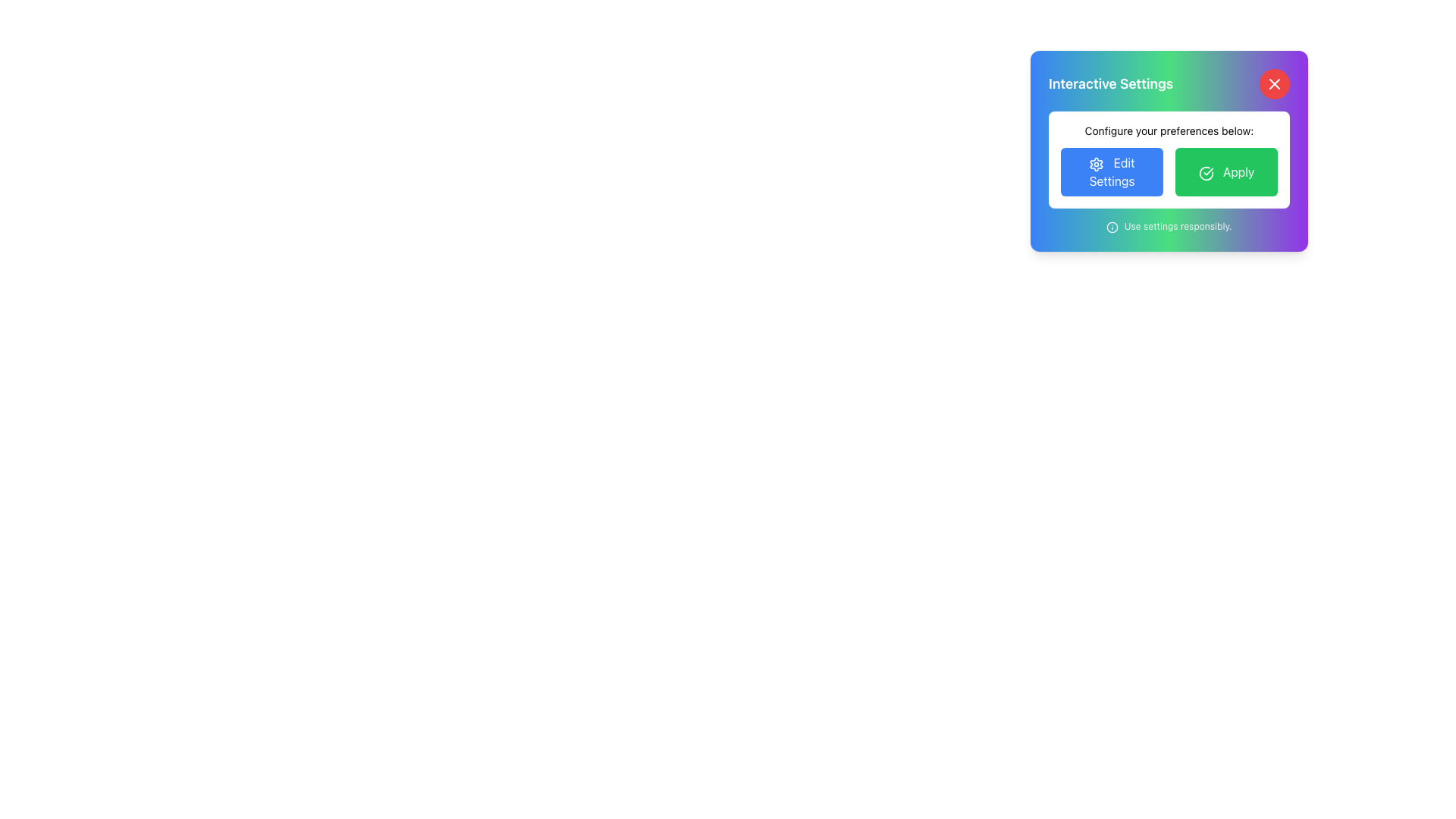 The image size is (1456, 819). Describe the element at coordinates (1112, 227) in the screenshot. I see `the SVG Circle Component located at the bottom-left corner of the settings interface, adjacent to descriptive text` at that location.